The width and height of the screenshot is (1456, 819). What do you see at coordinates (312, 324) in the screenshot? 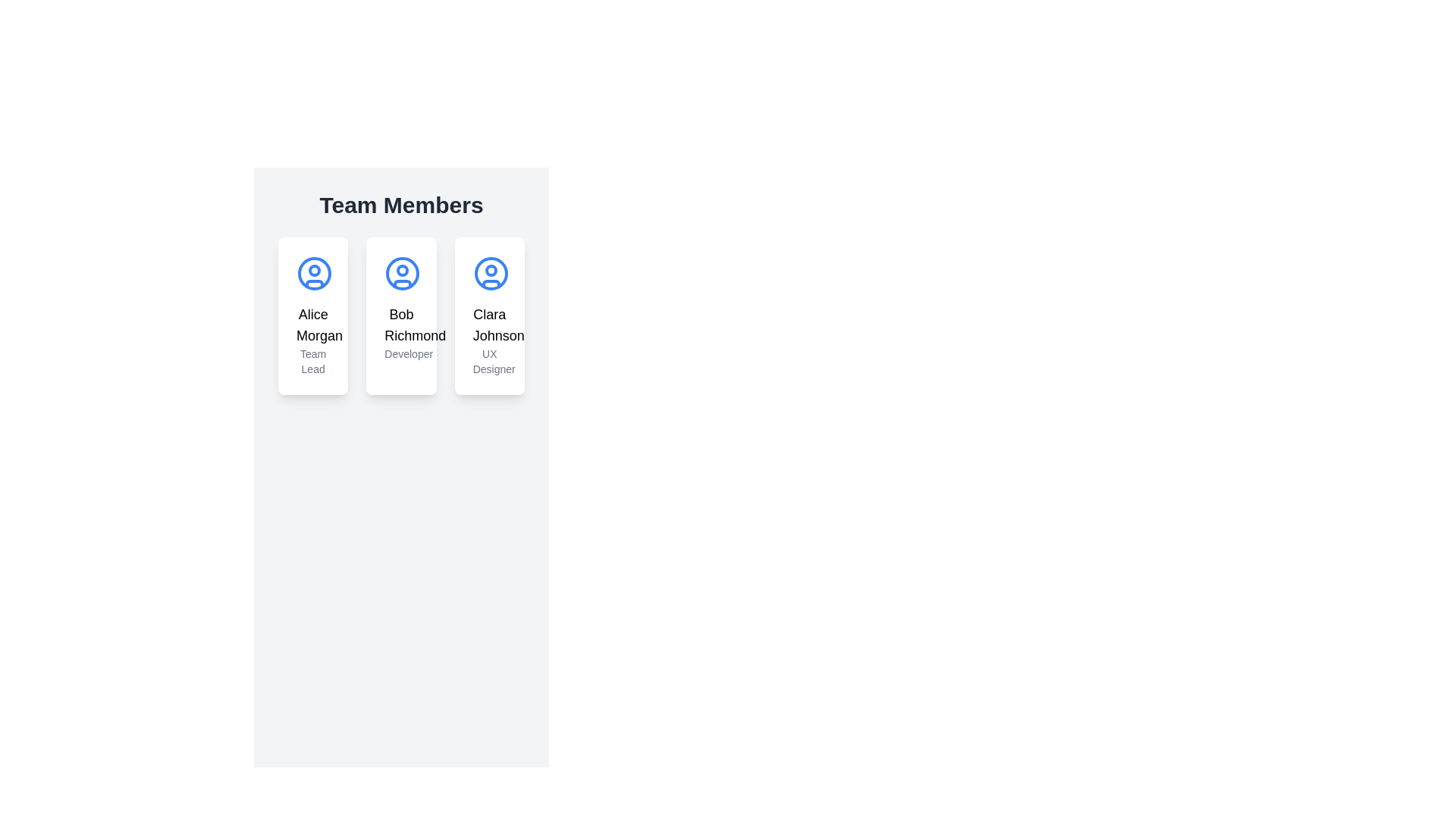
I see `the text label displaying 'Alice Morgan', which is styled in a larger font size and bolded, located inside the first card of the 'Team Members' section` at bounding box center [312, 324].